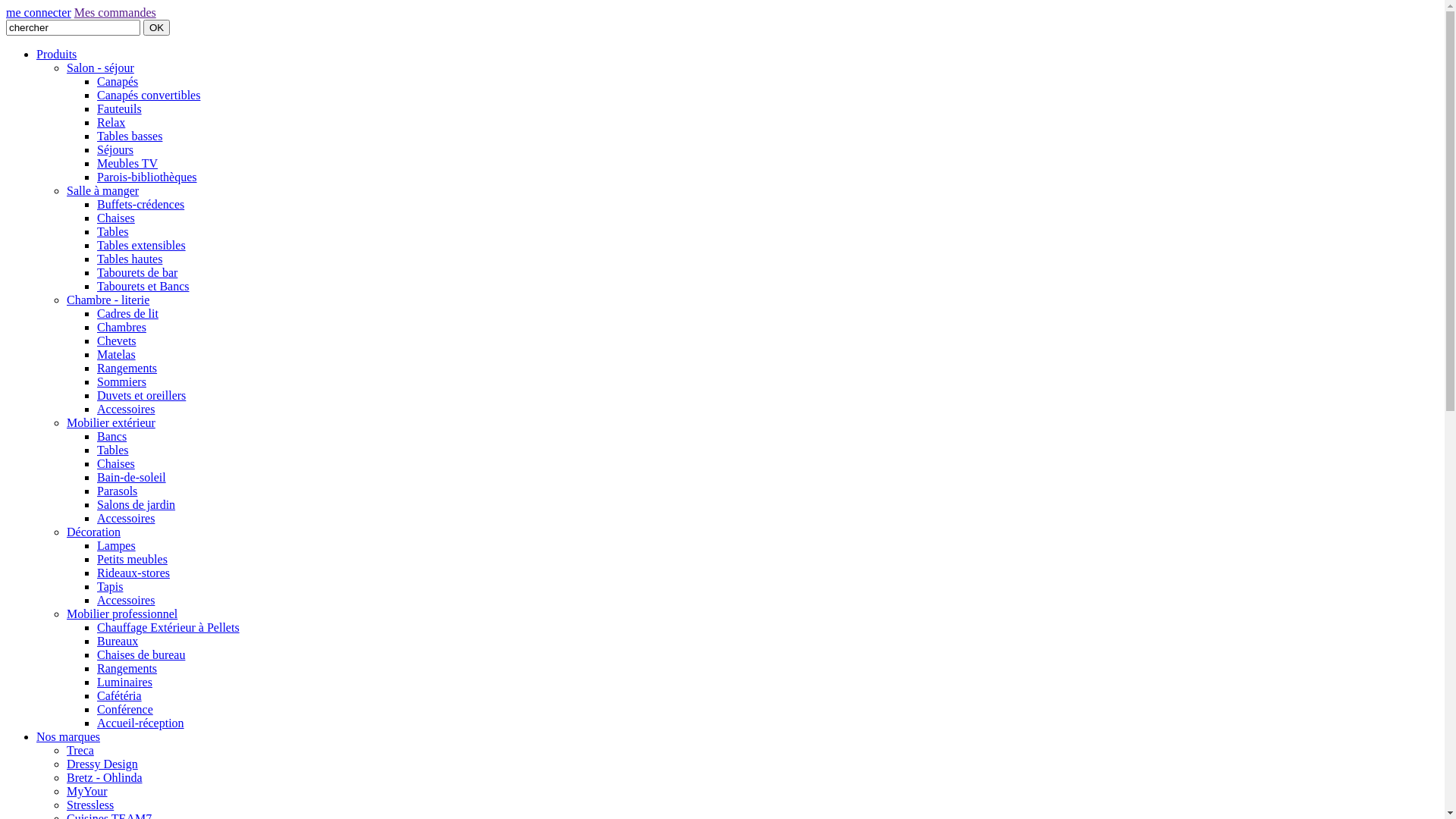 The image size is (1456, 819). I want to click on 'Produits', so click(56, 53).